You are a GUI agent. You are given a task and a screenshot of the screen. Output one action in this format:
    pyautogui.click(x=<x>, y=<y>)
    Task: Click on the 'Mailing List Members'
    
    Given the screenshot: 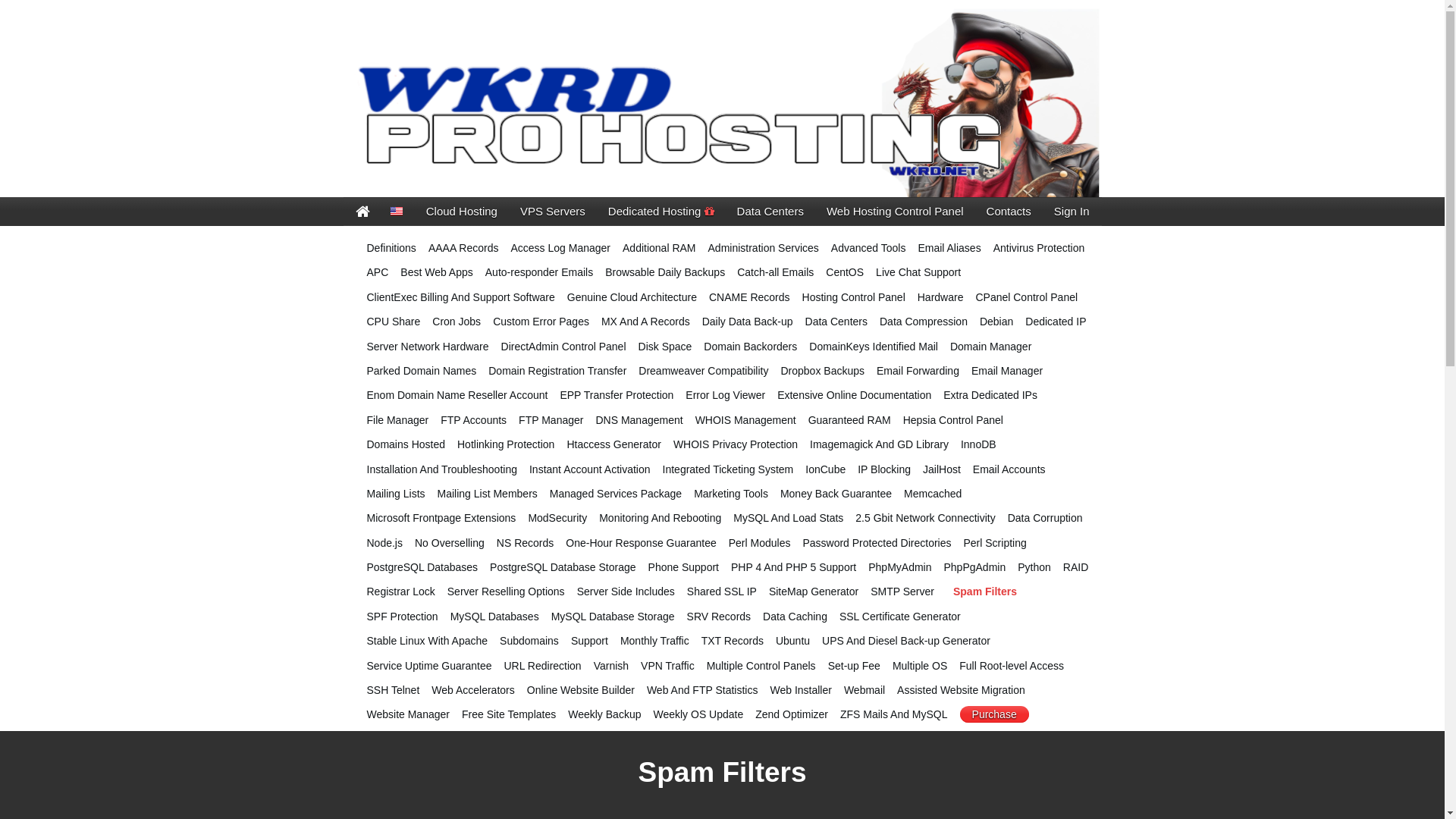 What is the action you would take?
    pyautogui.click(x=488, y=494)
    